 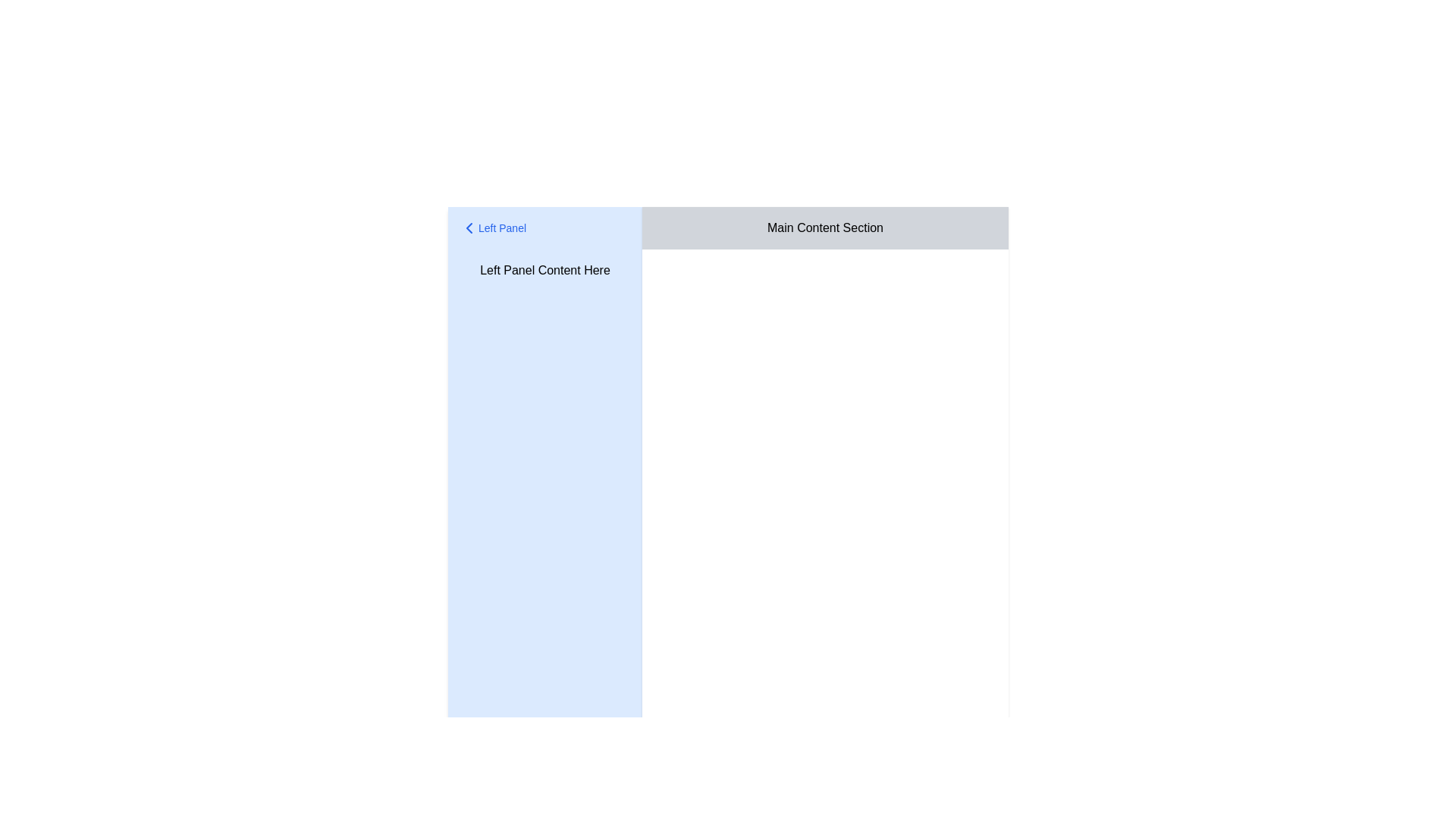 What do you see at coordinates (469, 227) in the screenshot?
I see `the leftward chevron icon with a minimalistic blue line design located next to the 'Left Panel' label` at bounding box center [469, 227].